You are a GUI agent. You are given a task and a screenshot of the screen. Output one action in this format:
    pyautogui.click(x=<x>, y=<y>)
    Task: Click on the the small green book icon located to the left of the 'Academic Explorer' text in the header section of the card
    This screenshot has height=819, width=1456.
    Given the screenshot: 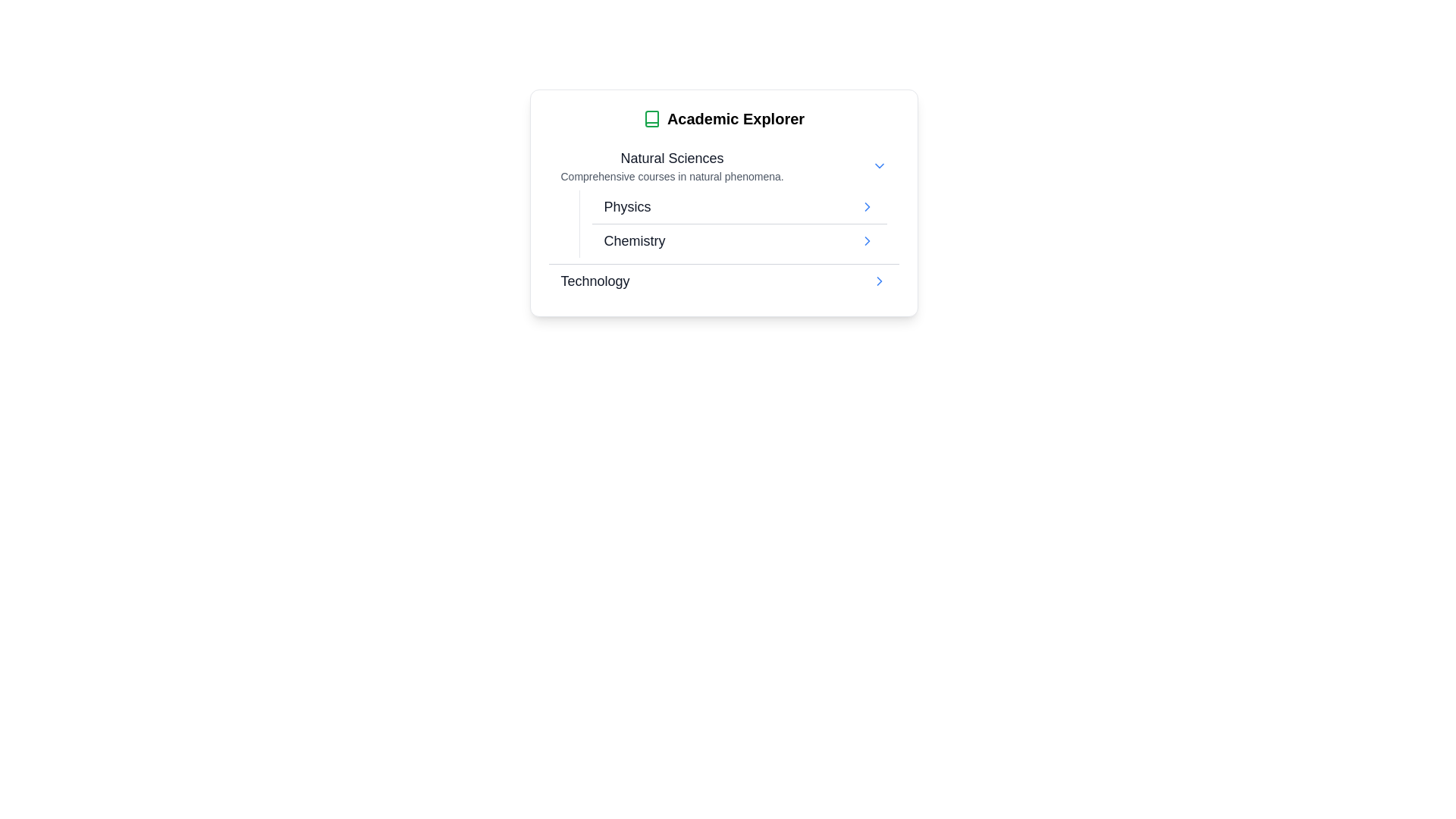 What is the action you would take?
    pyautogui.click(x=651, y=118)
    